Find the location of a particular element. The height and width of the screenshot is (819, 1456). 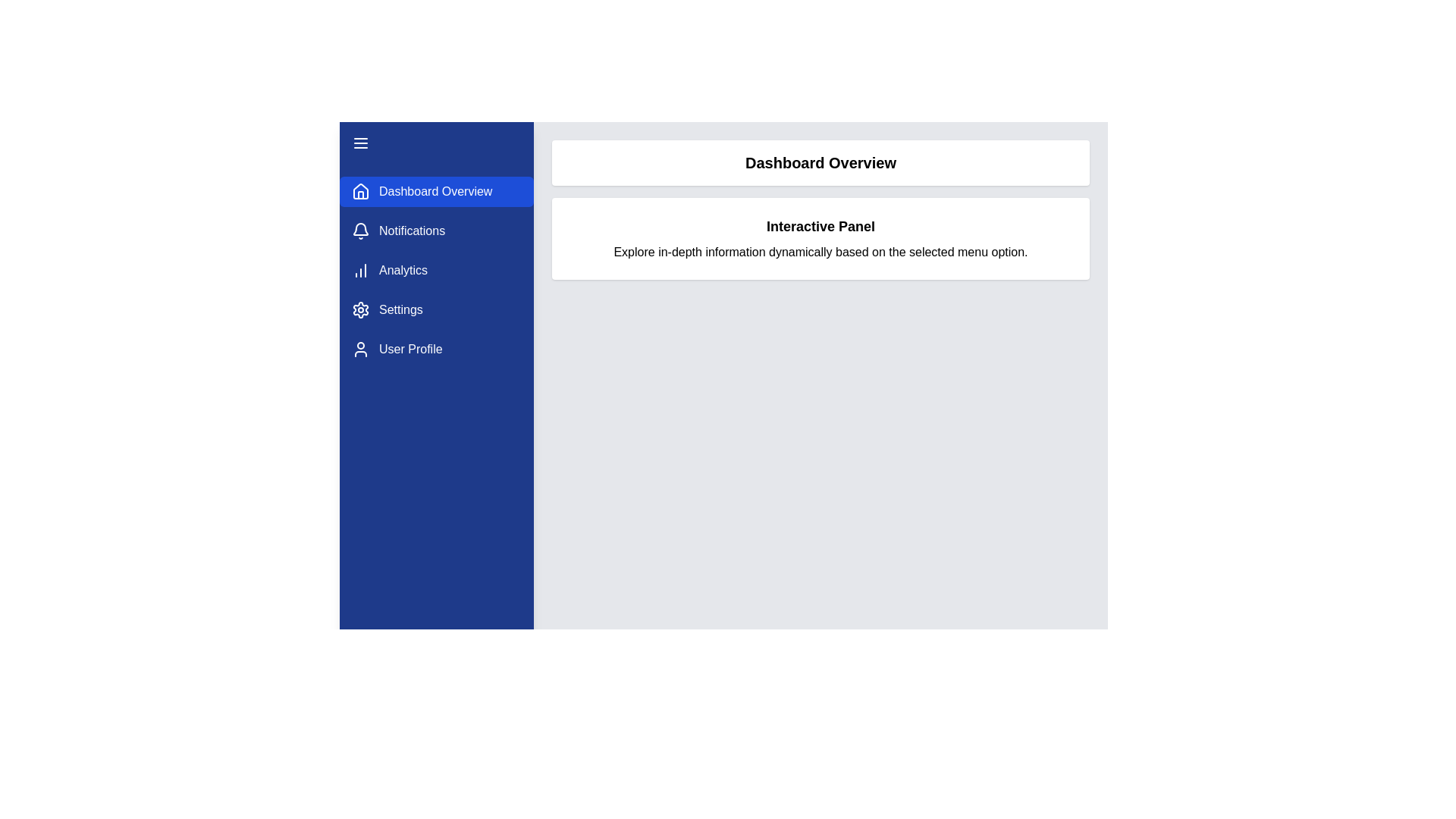

text of the 'Settings' label in the sidebar navigation menu, which is located as the fourth item after 'Analytics' is located at coordinates (400, 309).